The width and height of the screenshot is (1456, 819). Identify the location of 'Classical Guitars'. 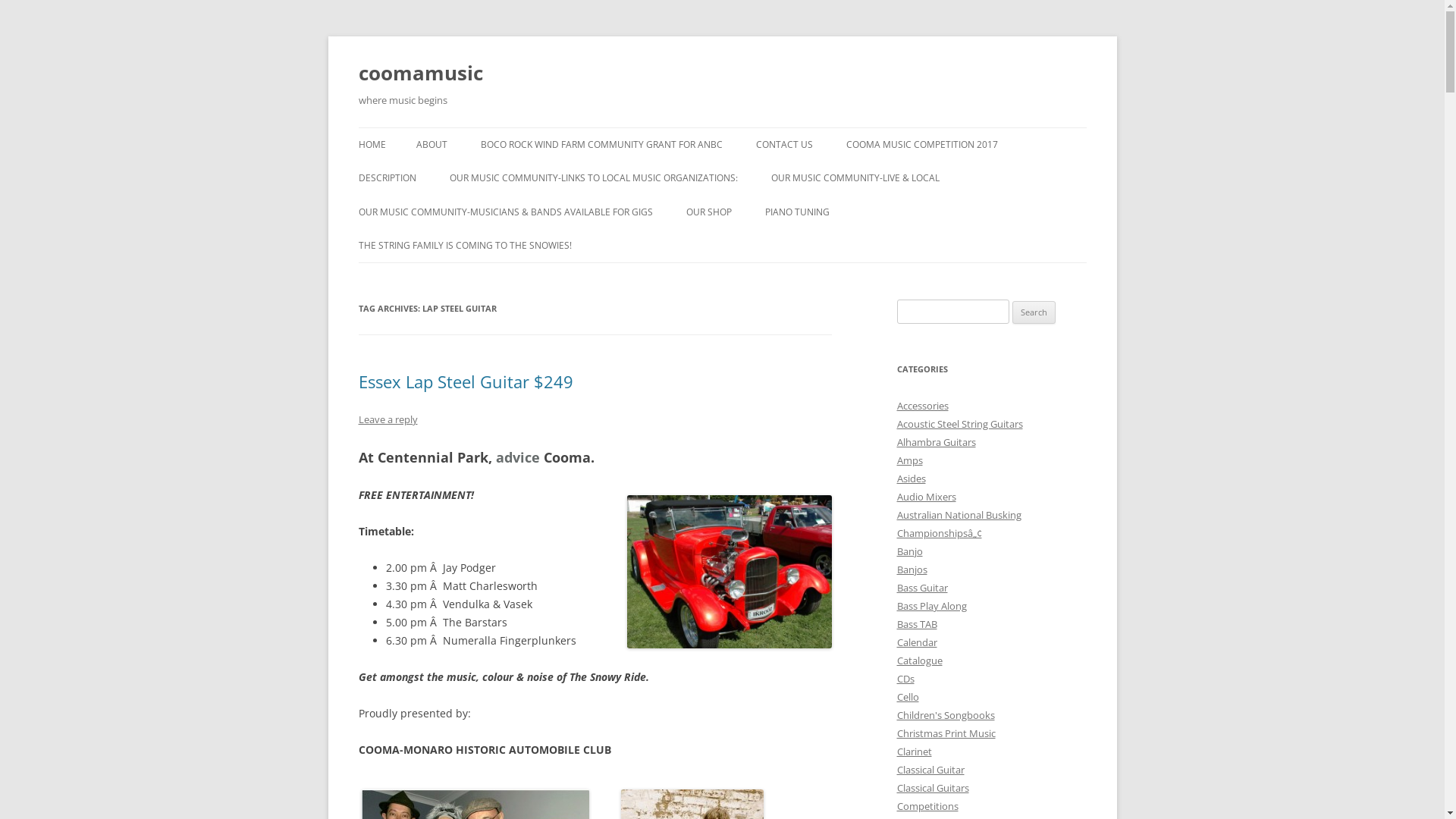
(931, 786).